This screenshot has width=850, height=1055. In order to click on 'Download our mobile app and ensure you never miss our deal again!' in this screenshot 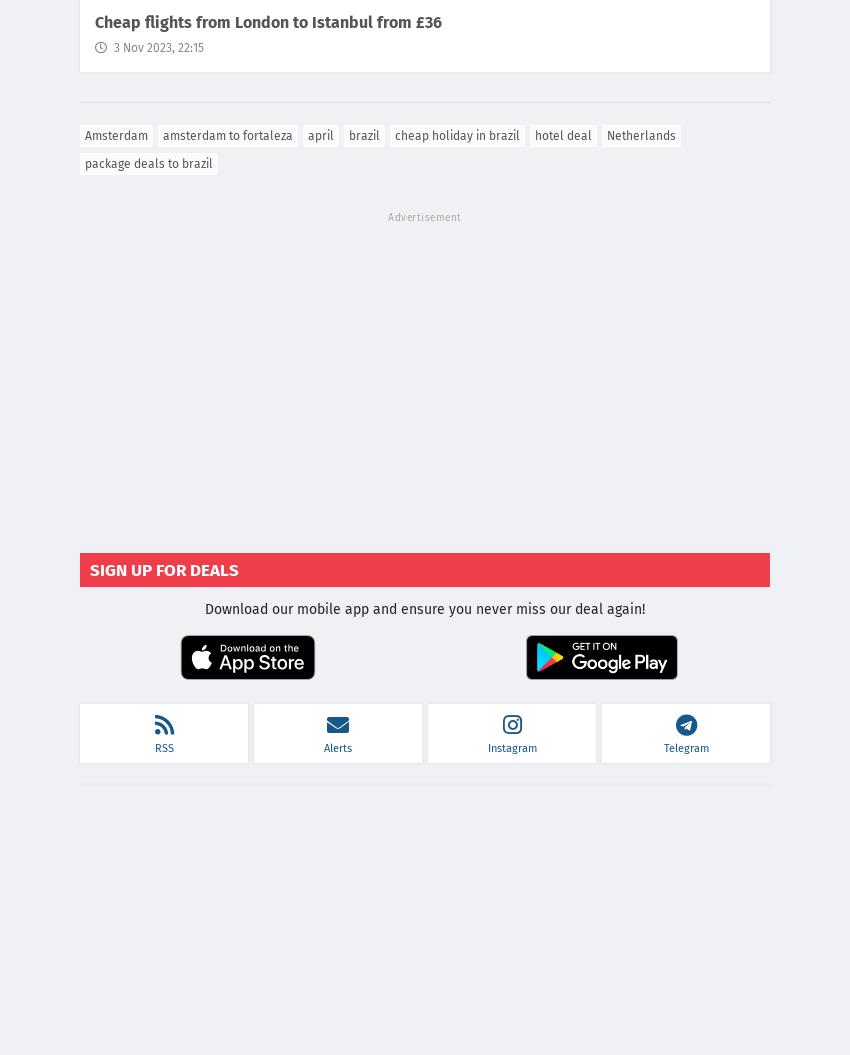, I will do `click(204, 609)`.